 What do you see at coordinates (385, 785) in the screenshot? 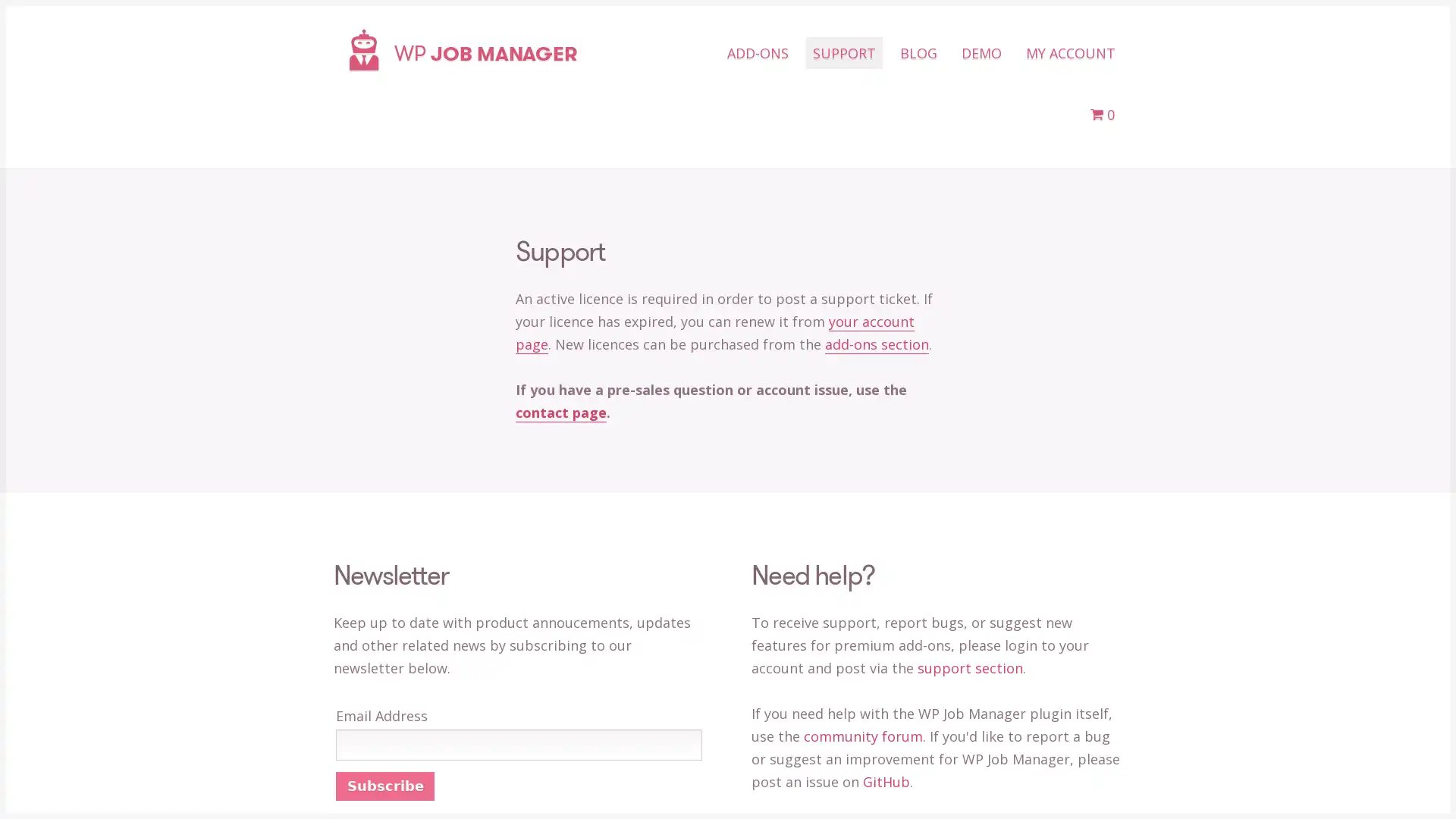
I see `Subscribe` at bounding box center [385, 785].